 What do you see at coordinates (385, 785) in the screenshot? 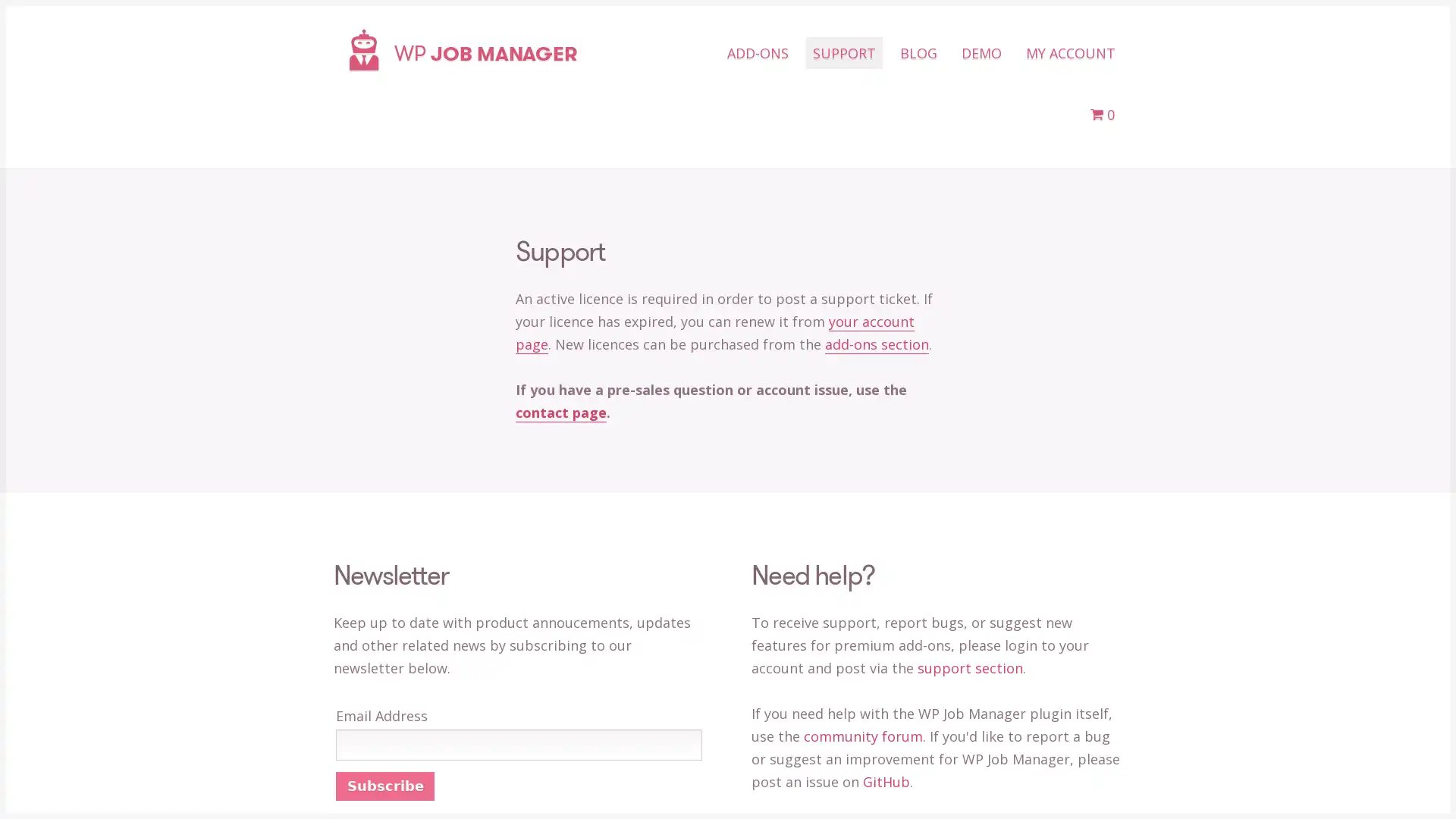
I see `Subscribe` at bounding box center [385, 785].